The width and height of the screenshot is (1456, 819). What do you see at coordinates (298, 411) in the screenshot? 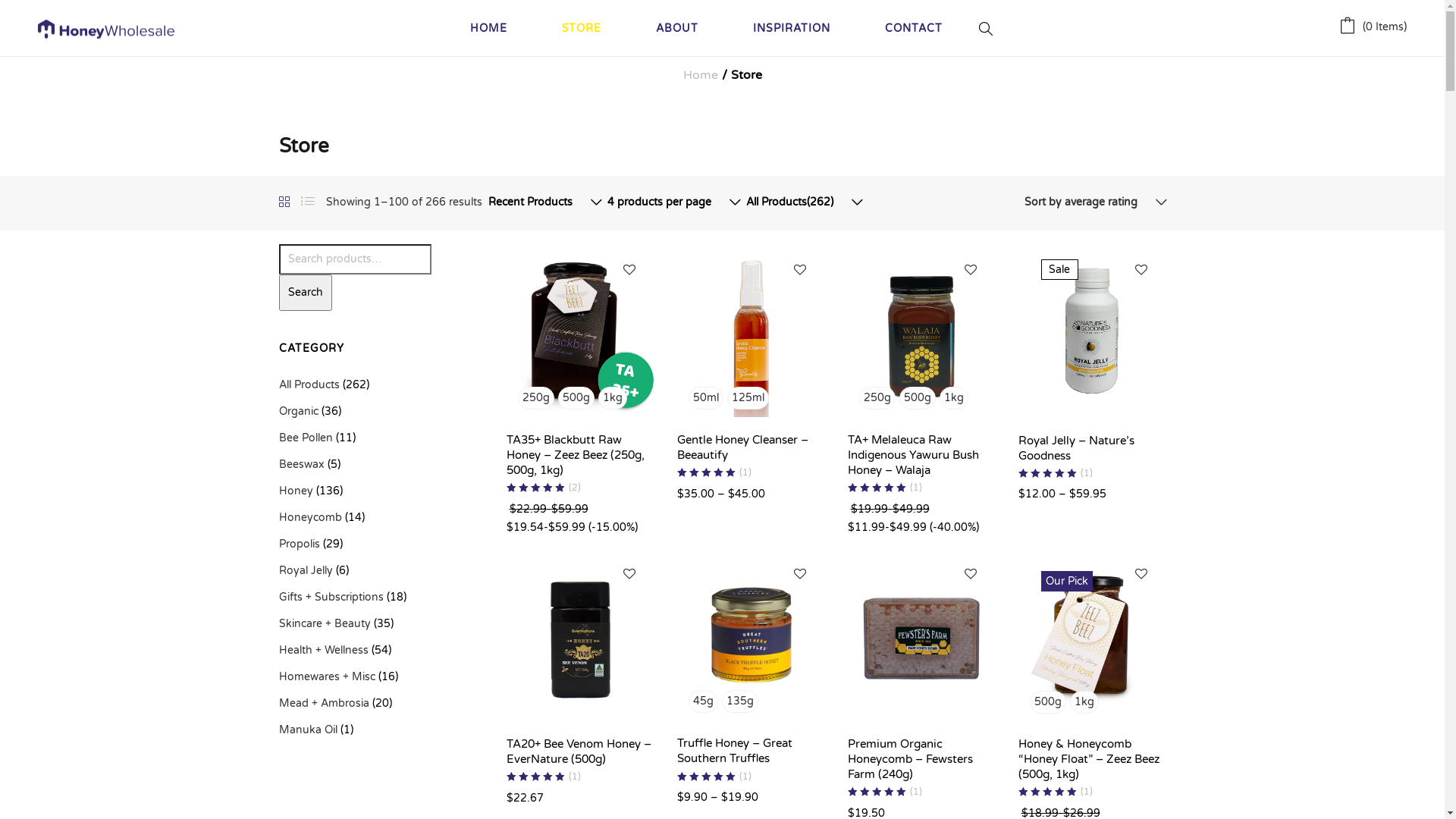
I see `'Organic'` at bounding box center [298, 411].